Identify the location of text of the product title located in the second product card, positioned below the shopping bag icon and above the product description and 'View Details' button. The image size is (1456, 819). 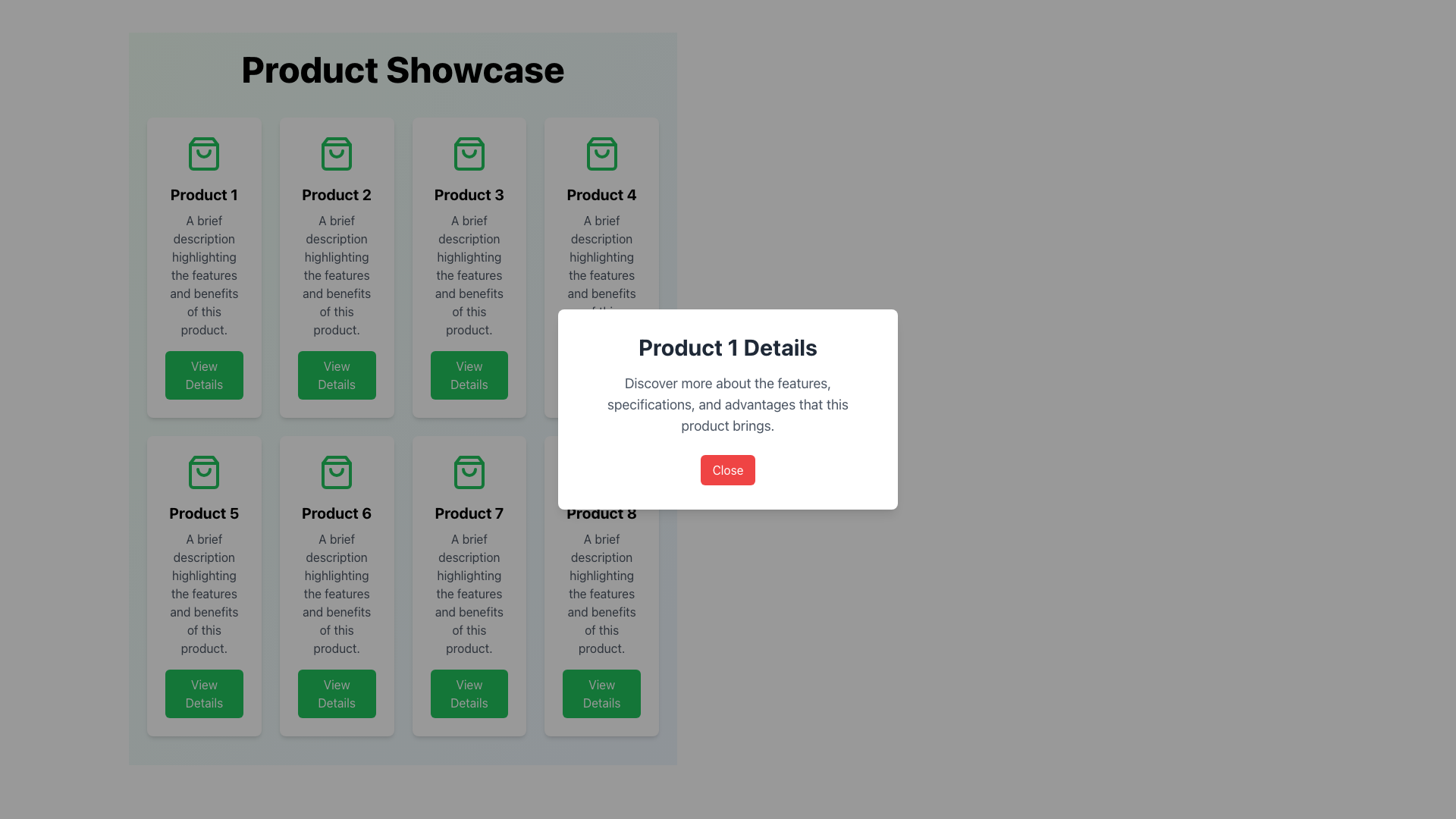
(336, 194).